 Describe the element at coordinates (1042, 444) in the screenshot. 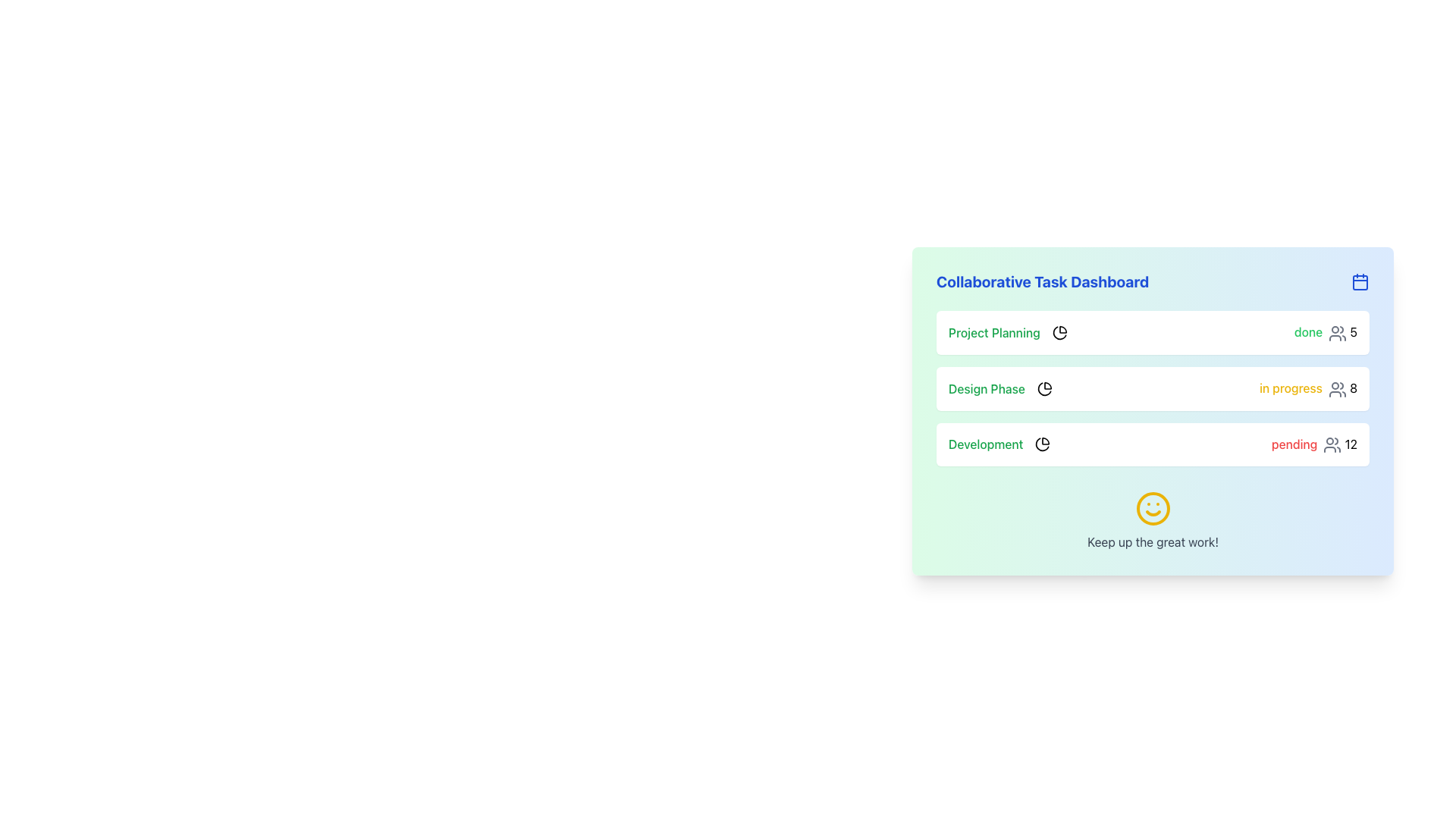

I see `the pie chart icon located to the right of the 'Development' text in the third row of the task list` at that location.